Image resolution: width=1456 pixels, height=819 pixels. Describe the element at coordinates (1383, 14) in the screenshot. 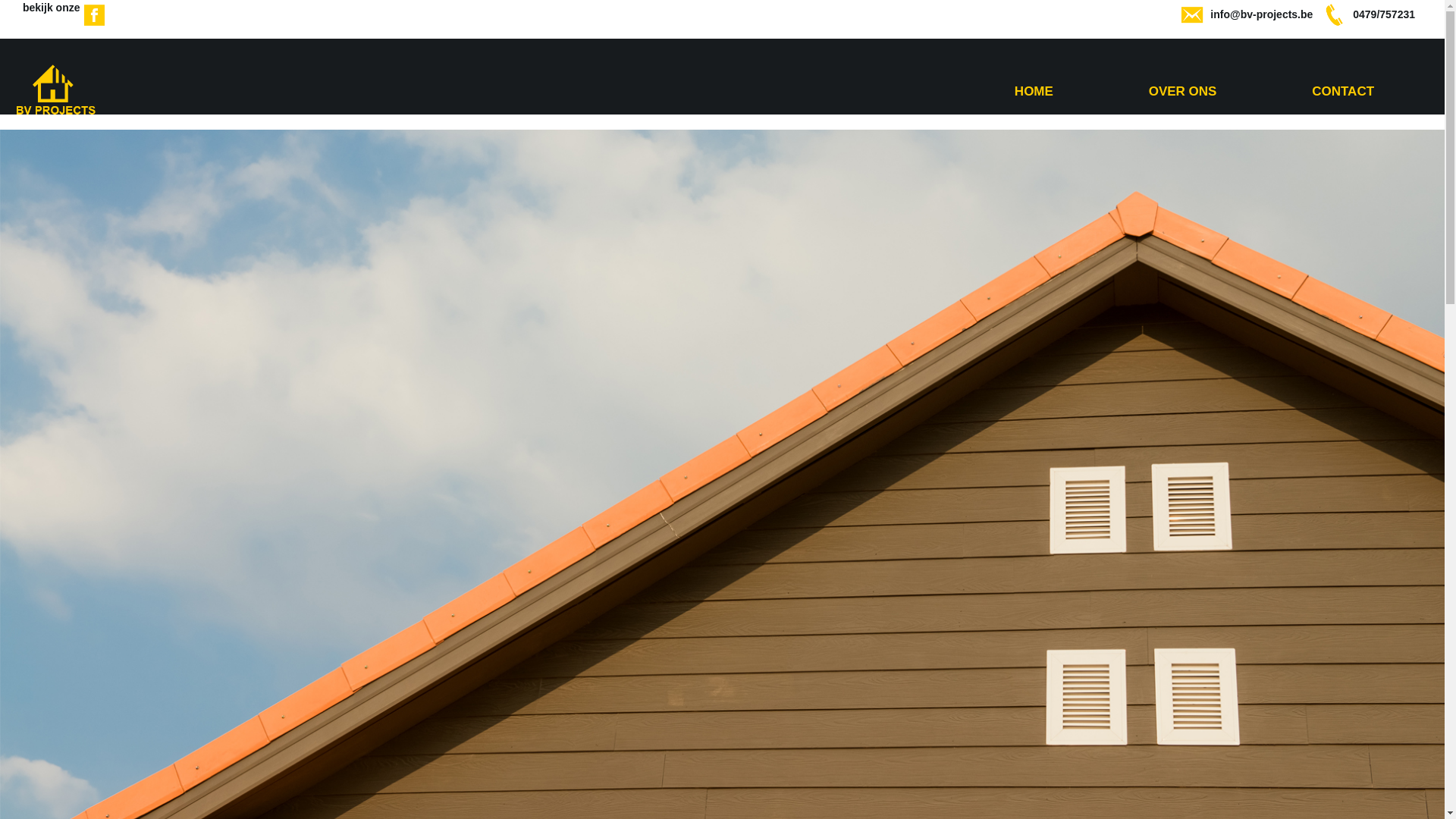

I see `'0479/757231'` at that location.